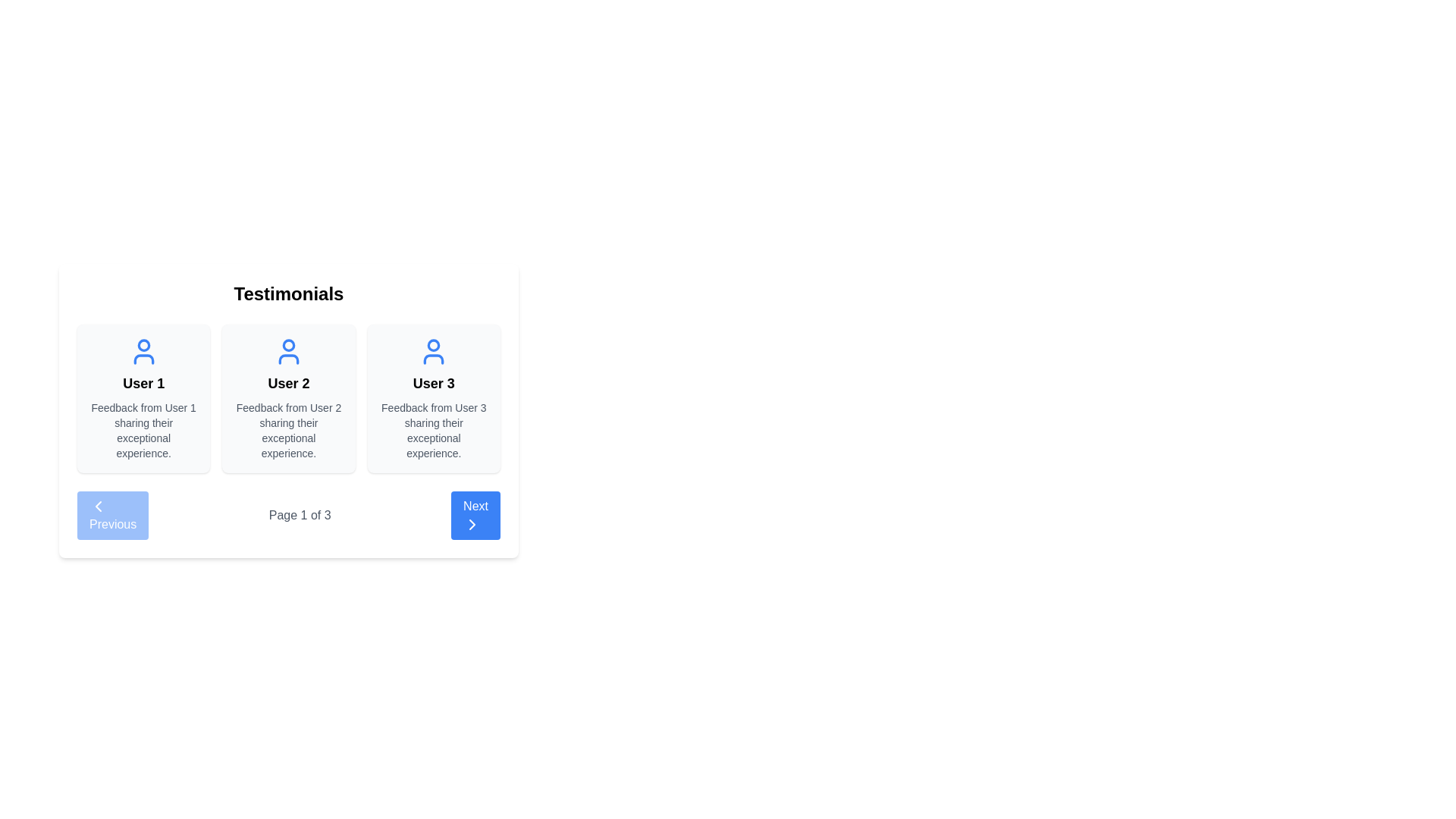  What do you see at coordinates (143, 397) in the screenshot?
I see `the Information card displaying feedback from User 1, which is the first card in a horizontal set of three cards` at bounding box center [143, 397].